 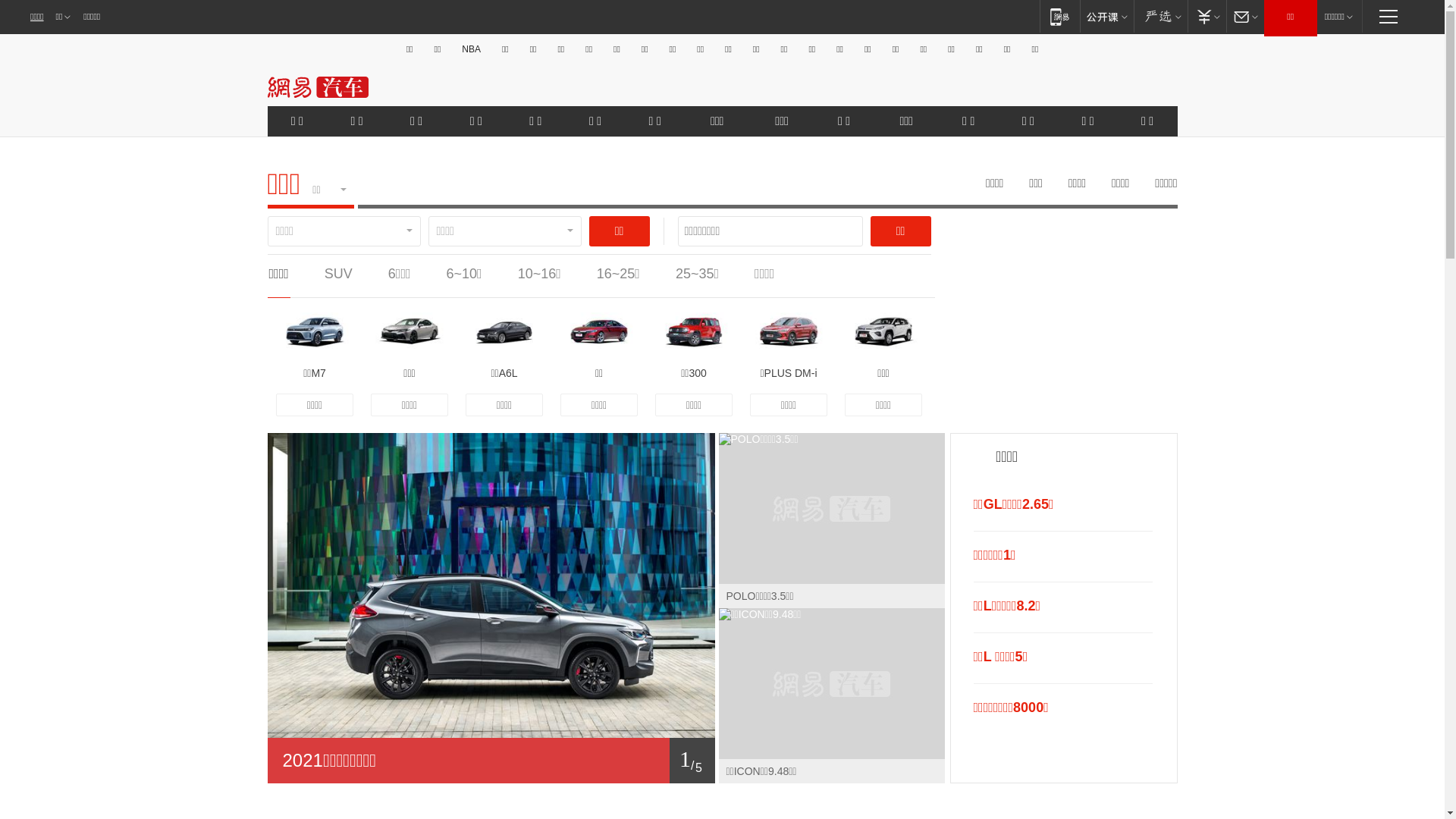 I want to click on 'SUV', so click(x=323, y=274).